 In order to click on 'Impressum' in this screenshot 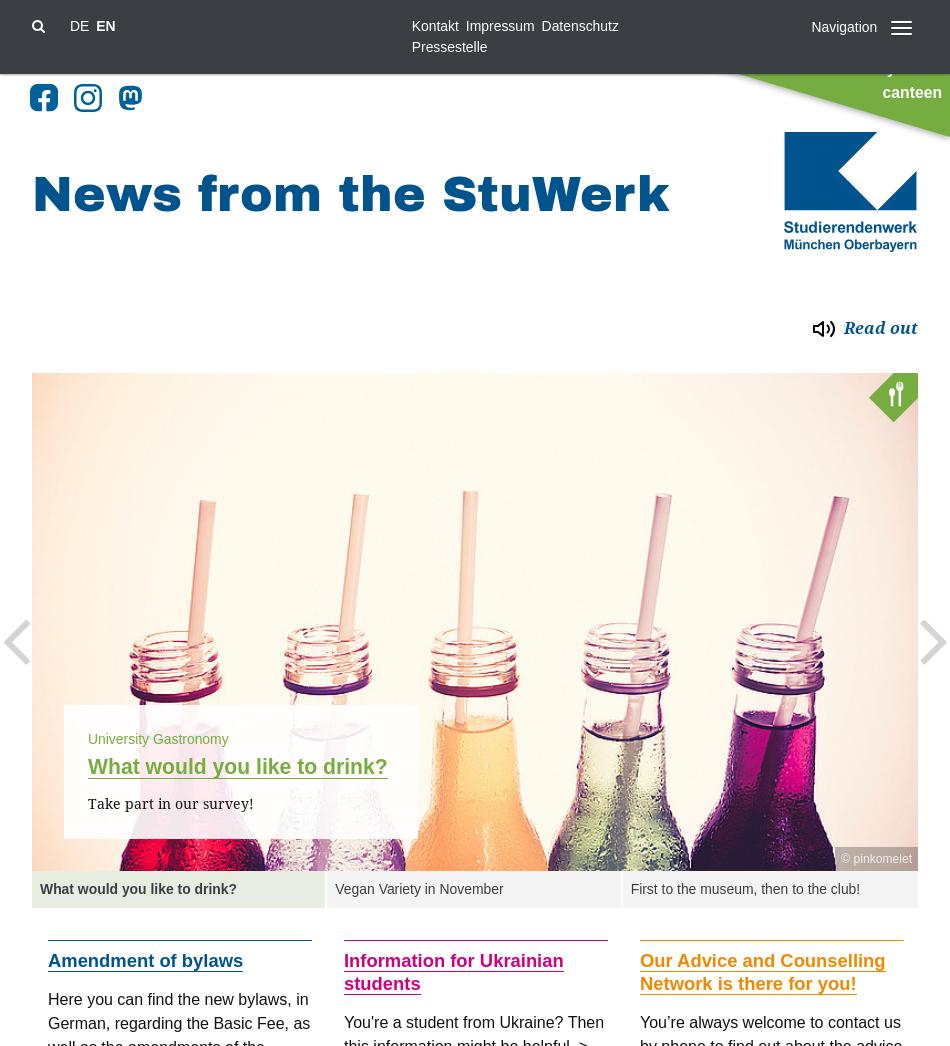, I will do `click(499, 25)`.